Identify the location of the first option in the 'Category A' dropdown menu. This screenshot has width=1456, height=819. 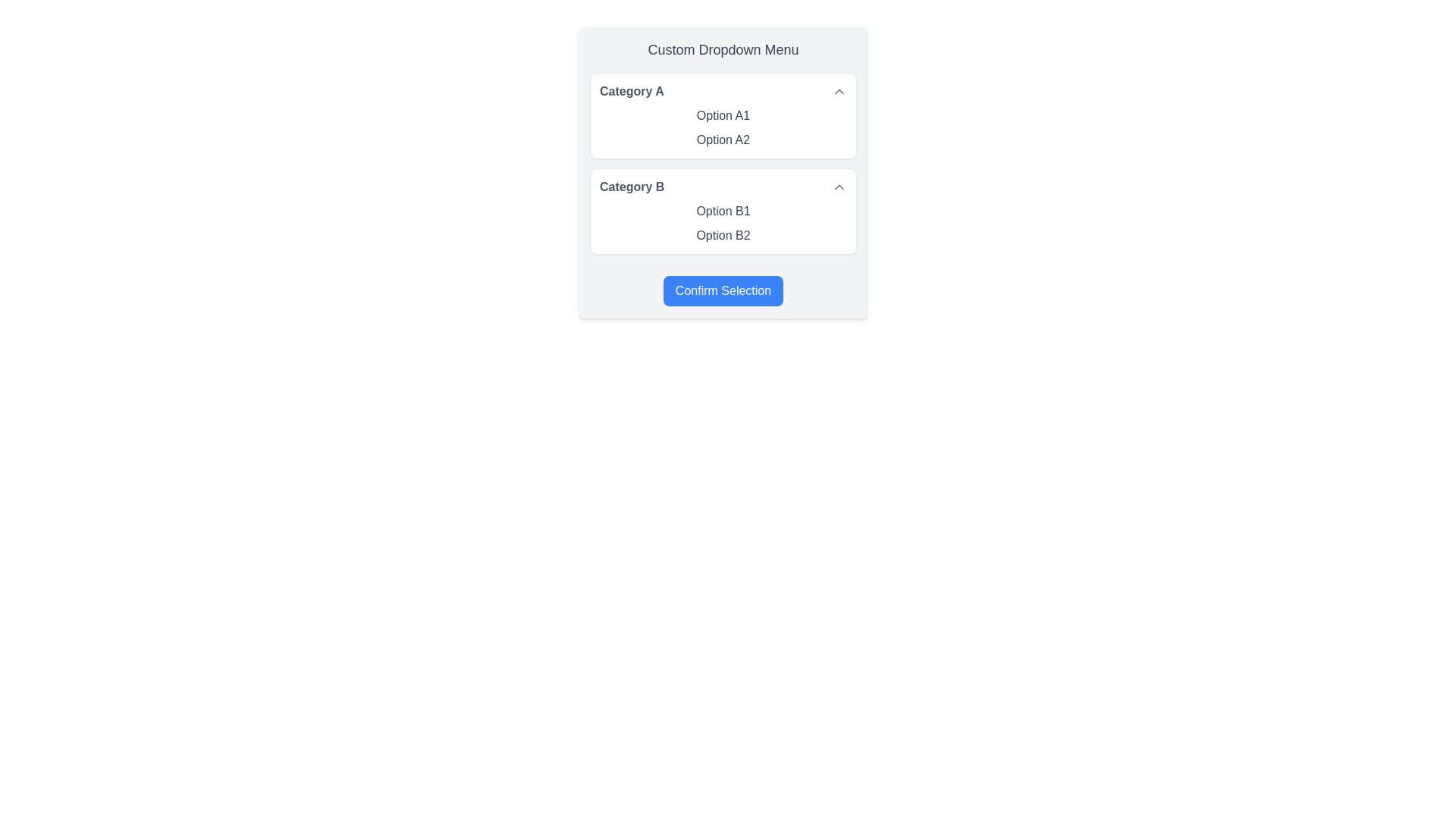
(723, 115).